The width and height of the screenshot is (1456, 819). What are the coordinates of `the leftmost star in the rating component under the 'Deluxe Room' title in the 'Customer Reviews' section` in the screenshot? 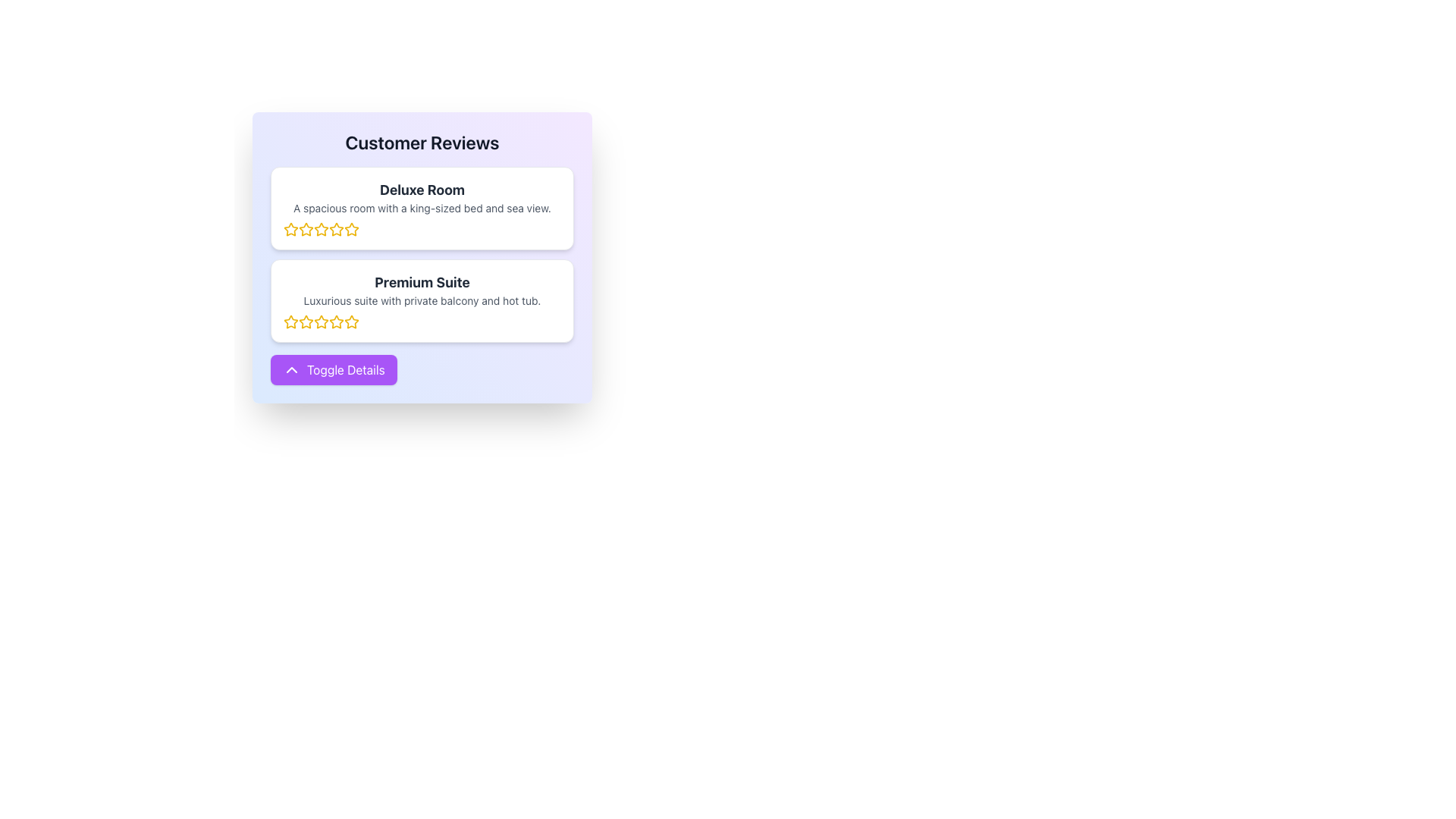 It's located at (291, 229).